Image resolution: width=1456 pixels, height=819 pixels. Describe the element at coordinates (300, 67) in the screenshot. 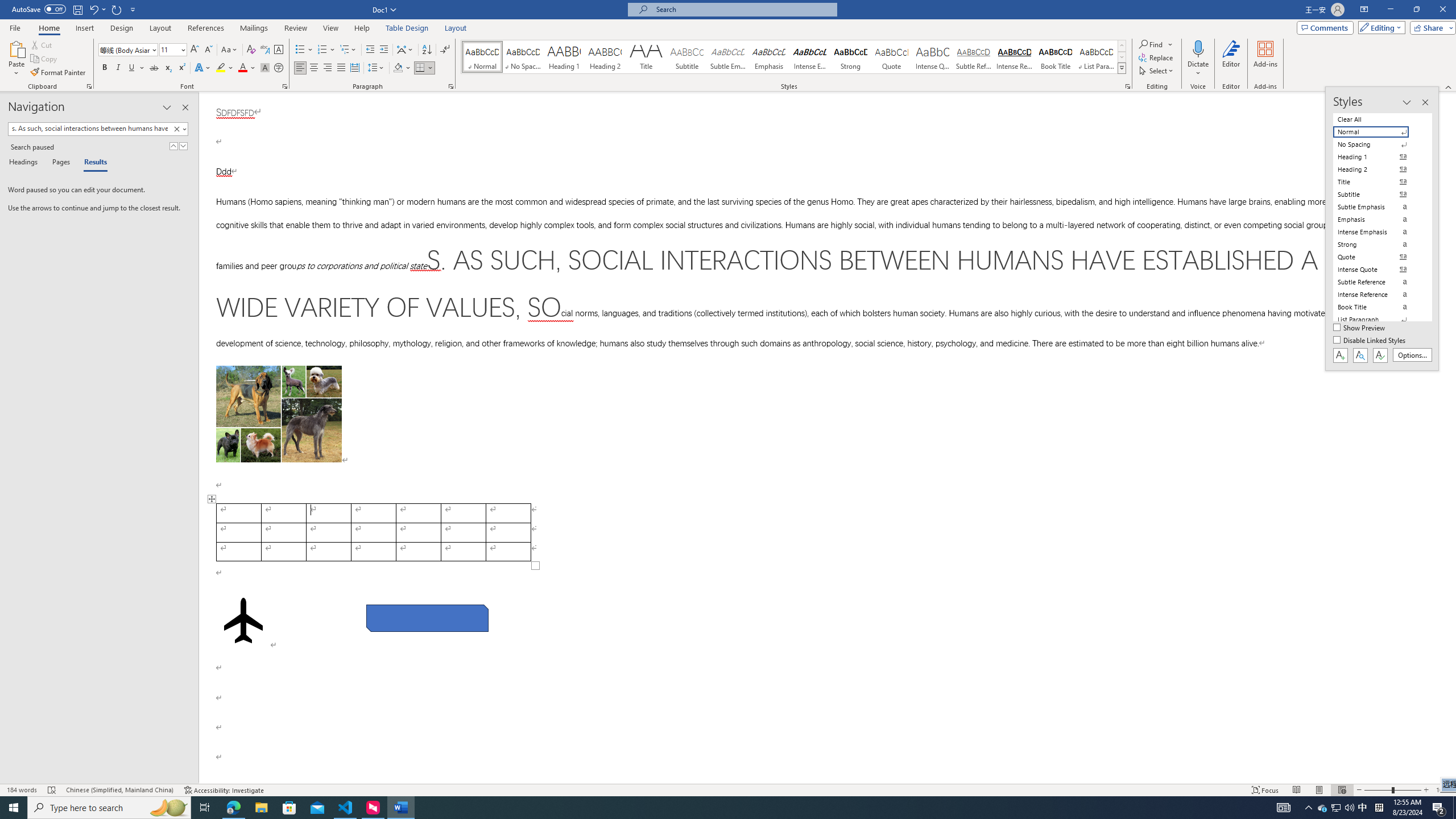

I see `'Align Left'` at that location.